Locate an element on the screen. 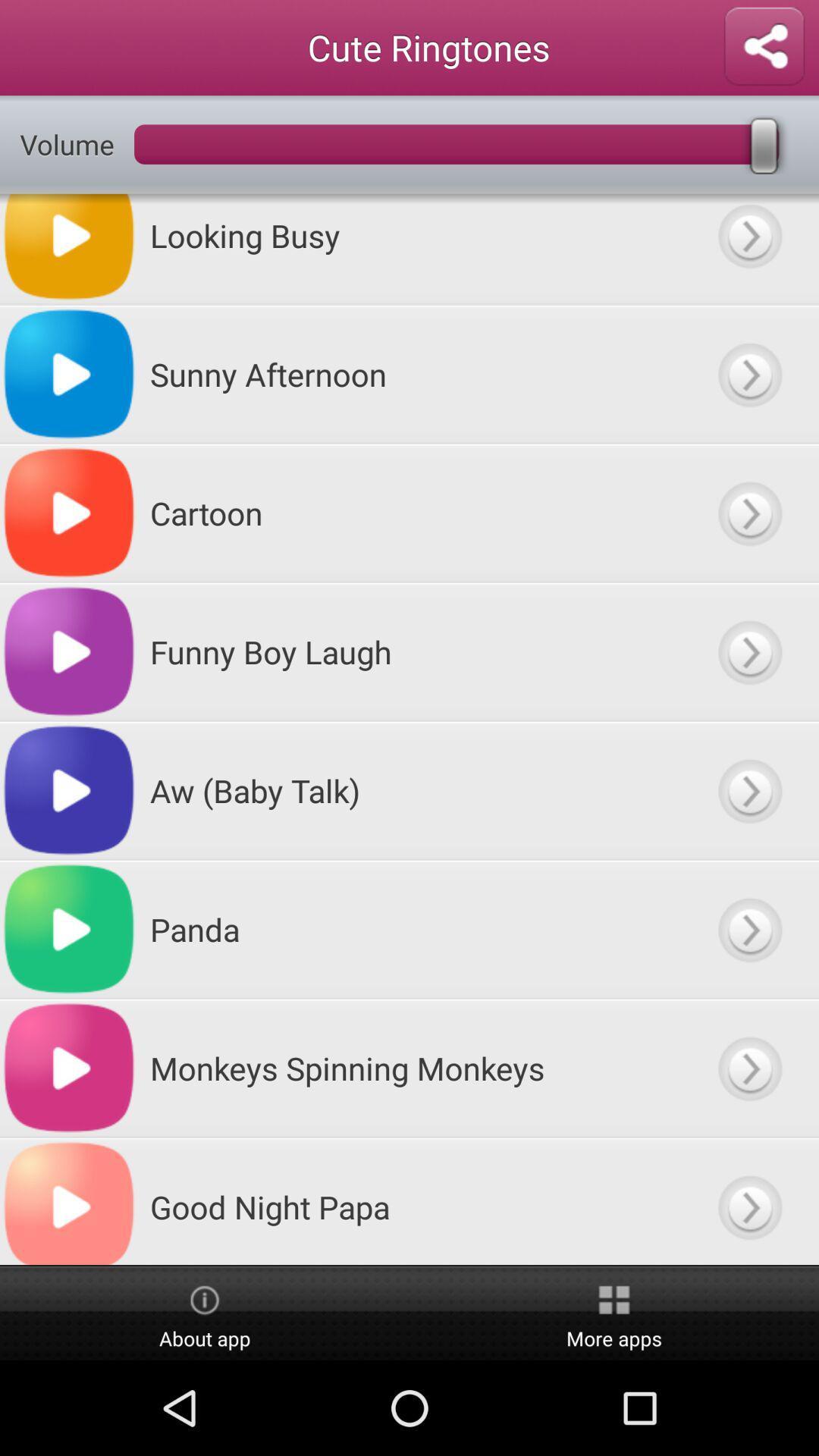 The image size is (819, 1456). next button is located at coordinates (748, 928).